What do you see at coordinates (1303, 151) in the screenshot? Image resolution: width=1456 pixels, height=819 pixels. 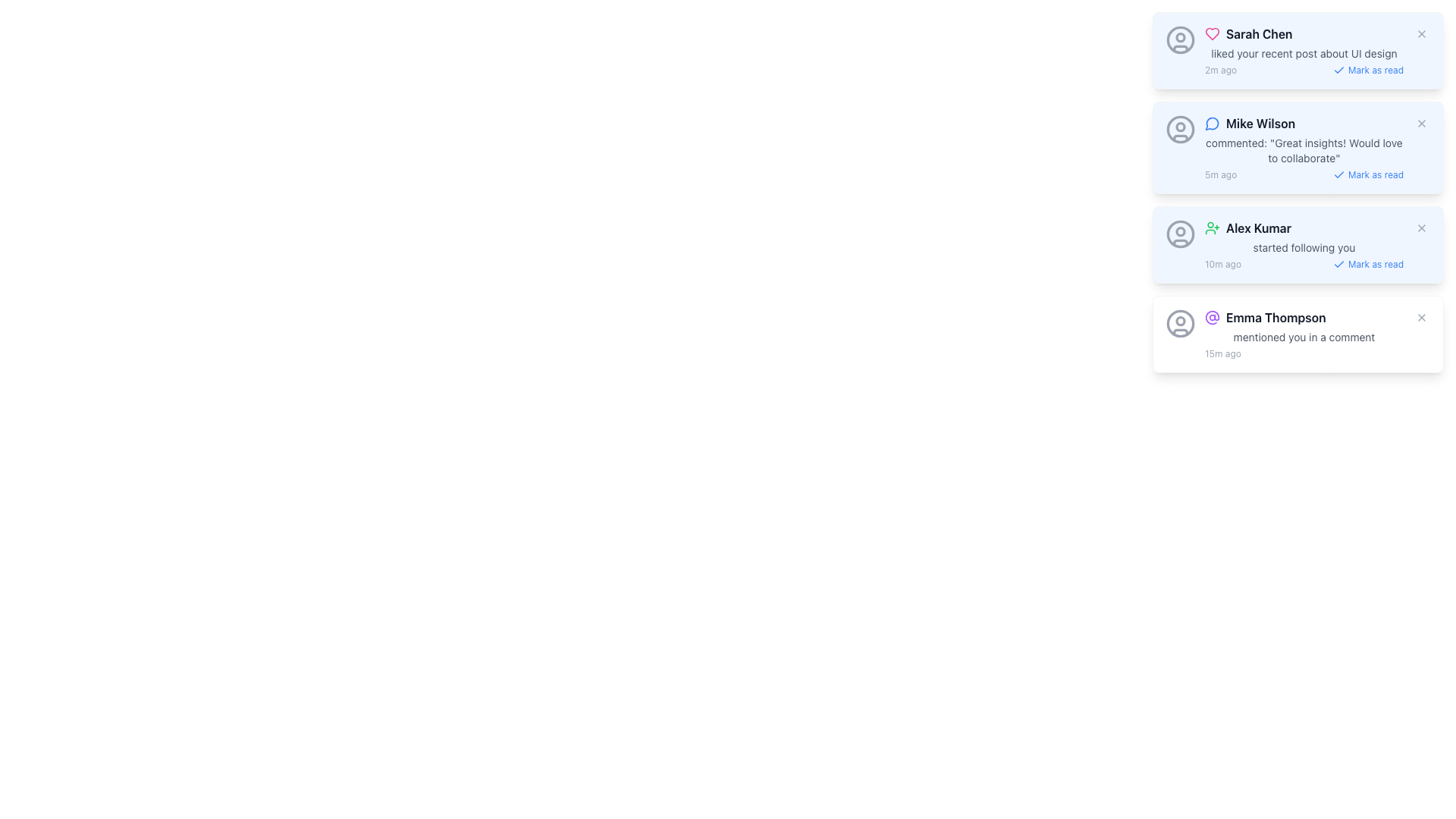 I see `the text block displaying the comment 'commented: "Great insights! Would love to collaborate"' under the username 'Mike Wilson' in the notification card` at bounding box center [1303, 151].